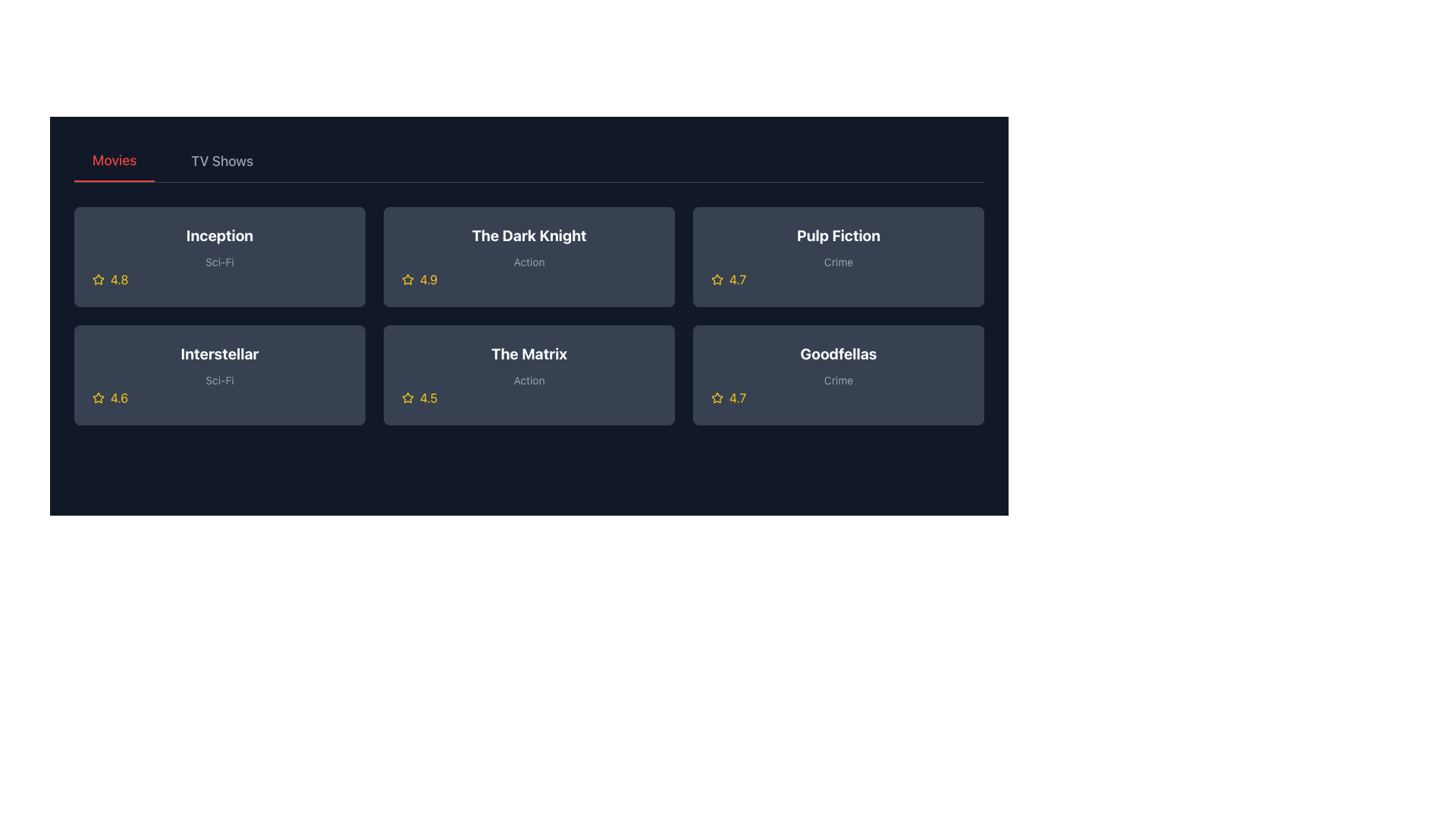  What do you see at coordinates (218, 397) in the screenshot?
I see `the non-interactive star rating display for the movie 'Interstellar' located at the bottom-left corner of its dark background card under the subtitle 'Sci-Fi.'` at bounding box center [218, 397].